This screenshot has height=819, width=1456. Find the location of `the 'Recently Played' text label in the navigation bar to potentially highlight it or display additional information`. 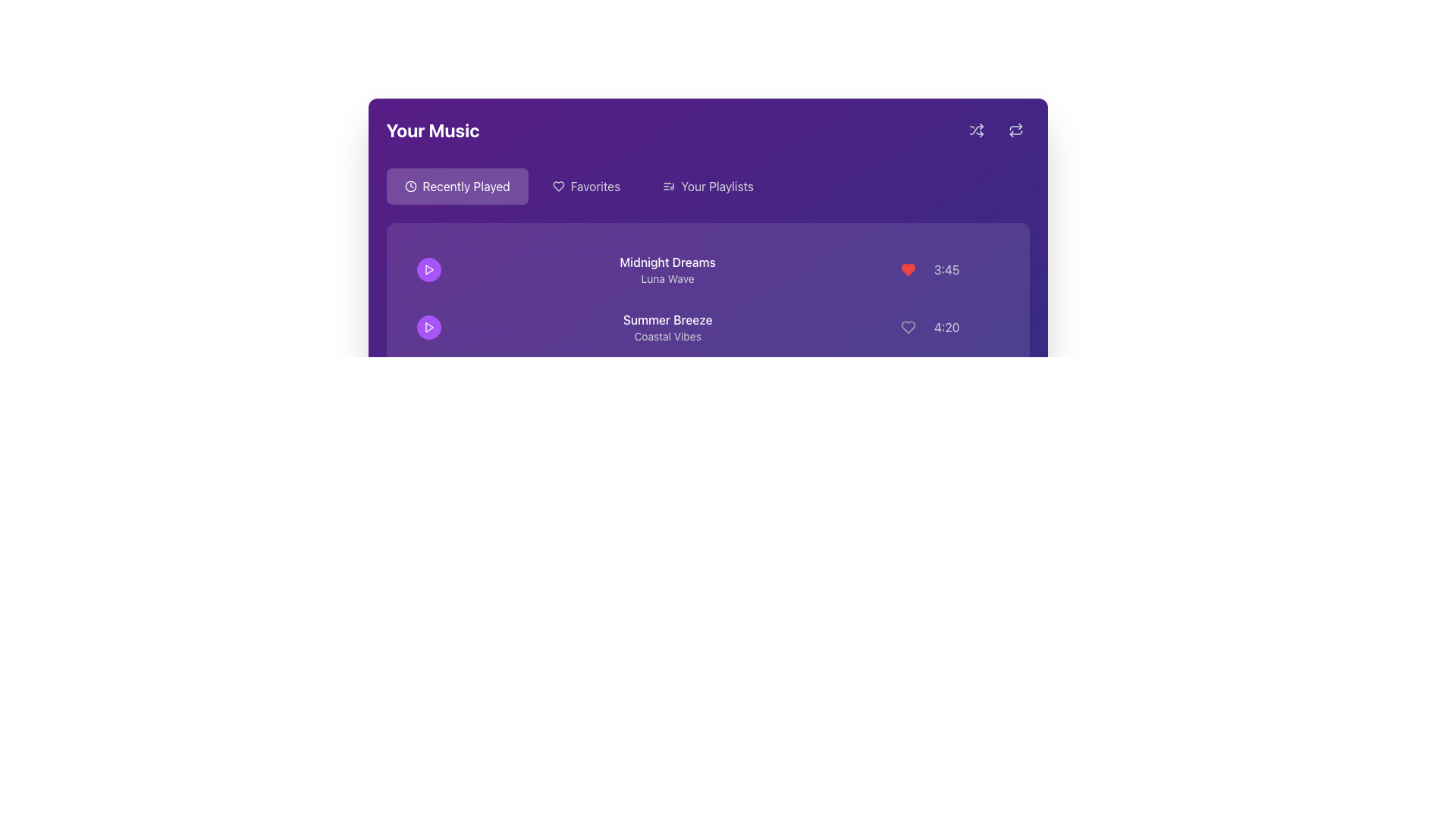

the 'Recently Played' text label in the navigation bar to potentially highlight it or display additional information is located at coordinates (466, 186).